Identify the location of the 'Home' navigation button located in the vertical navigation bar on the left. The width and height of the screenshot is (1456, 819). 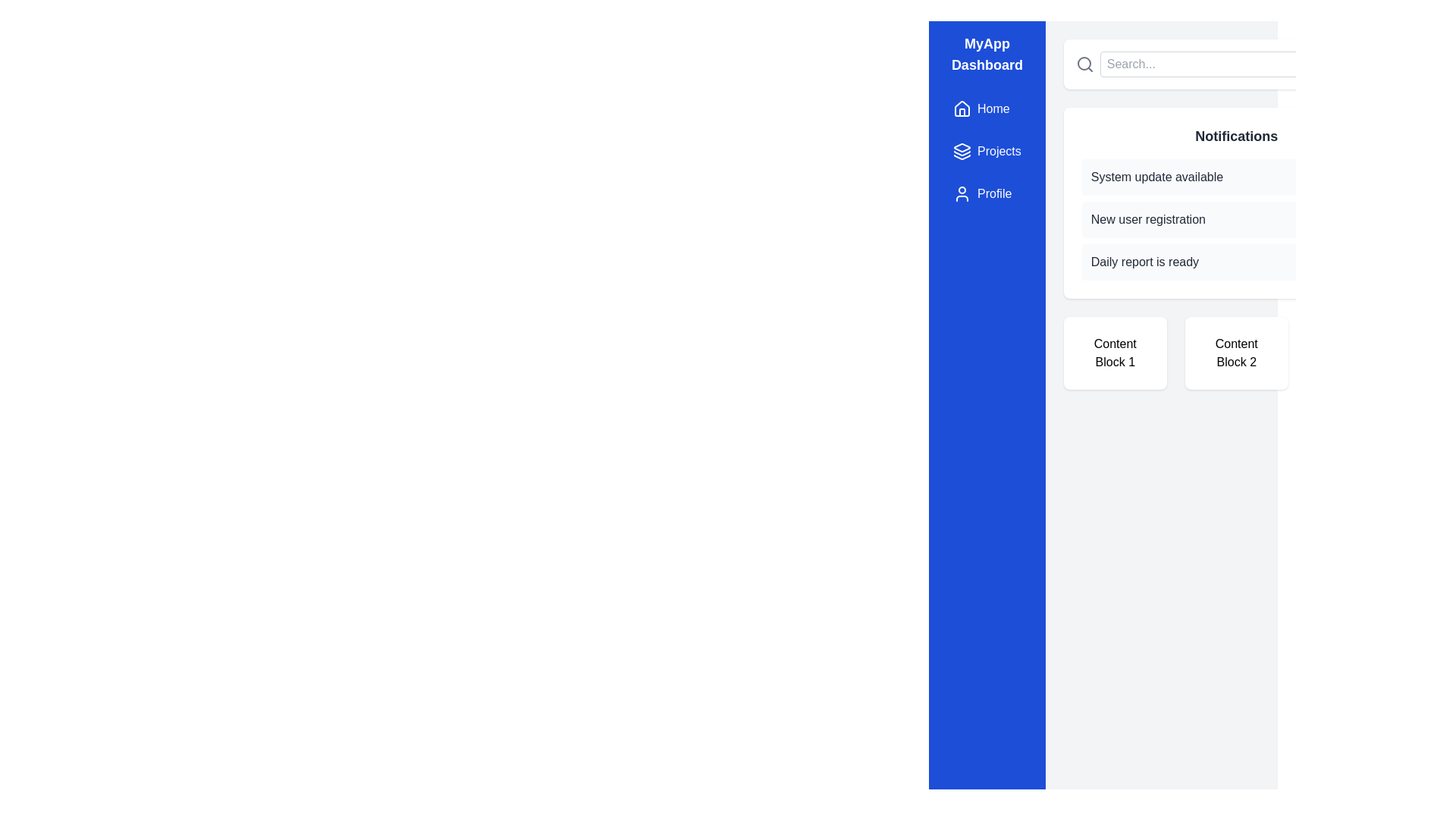
(981, 108).